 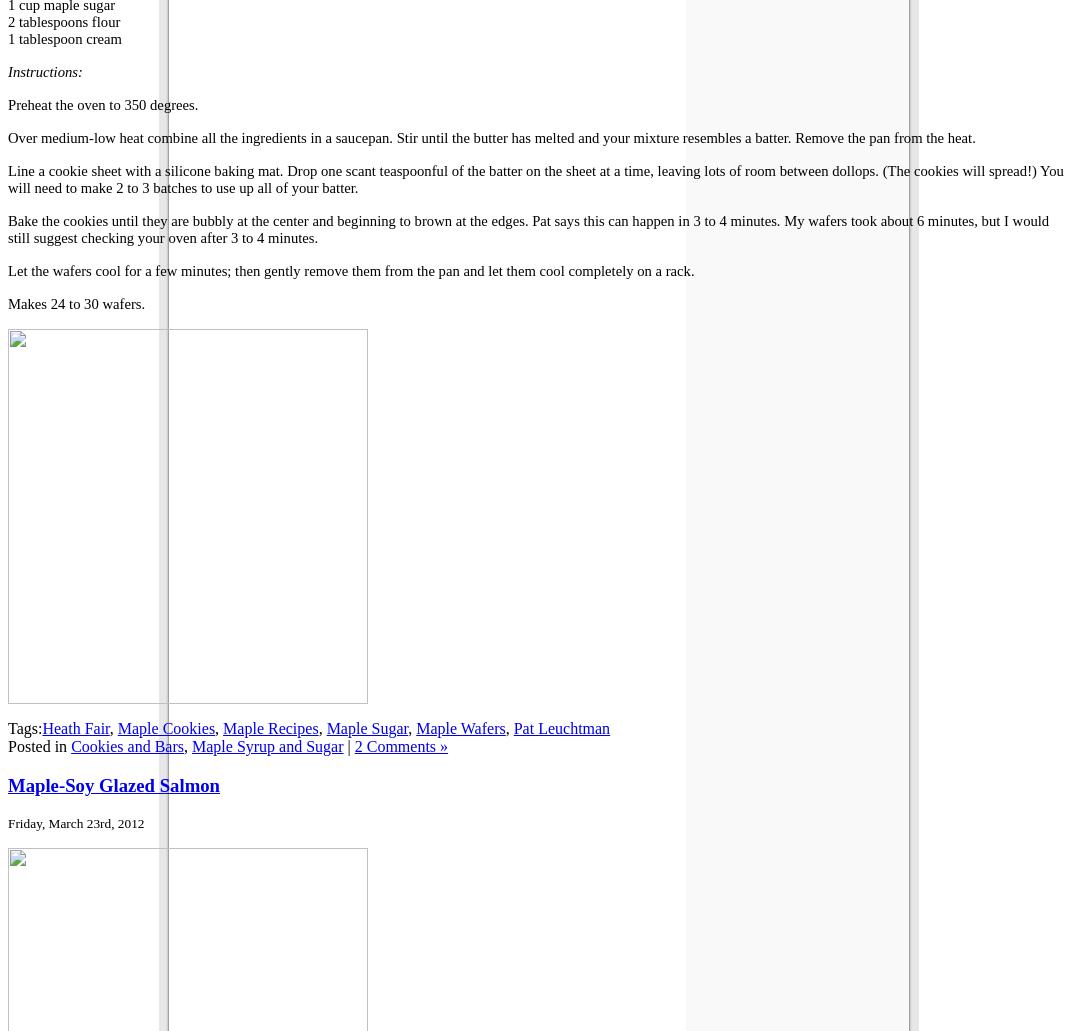 I want to click on 'Maple Sugar', so click(x=366, y=727).